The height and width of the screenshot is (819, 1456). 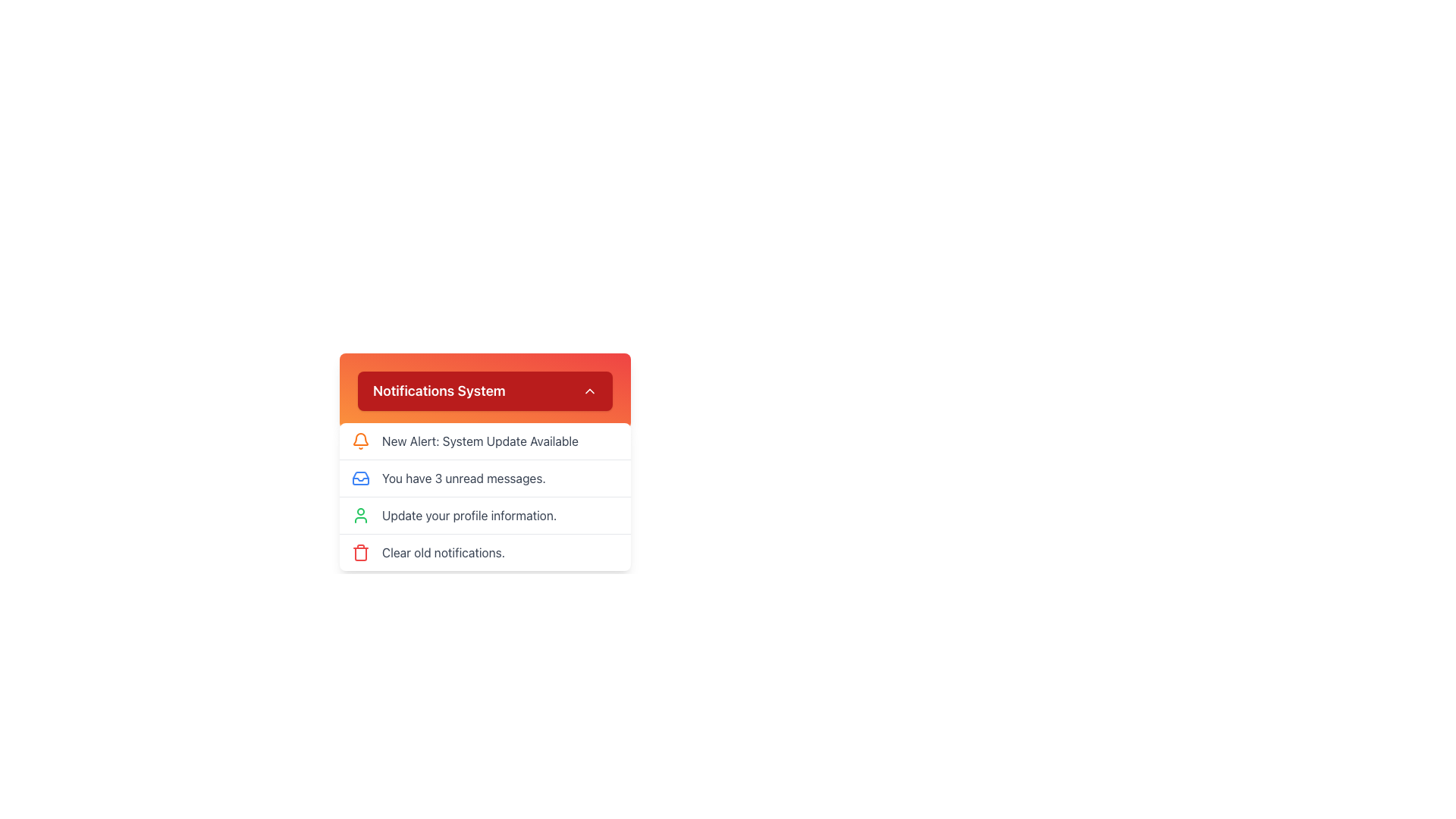 What do you see at coordinates (359, 441) in the screenshot?
I see `the distinctive orange bell icon located on the leftmost side of the first notification item under the 'Notifications System' section, which is aligned next to the notification text 'New Alert: System Update Available'` at bounding box center [359, 441].